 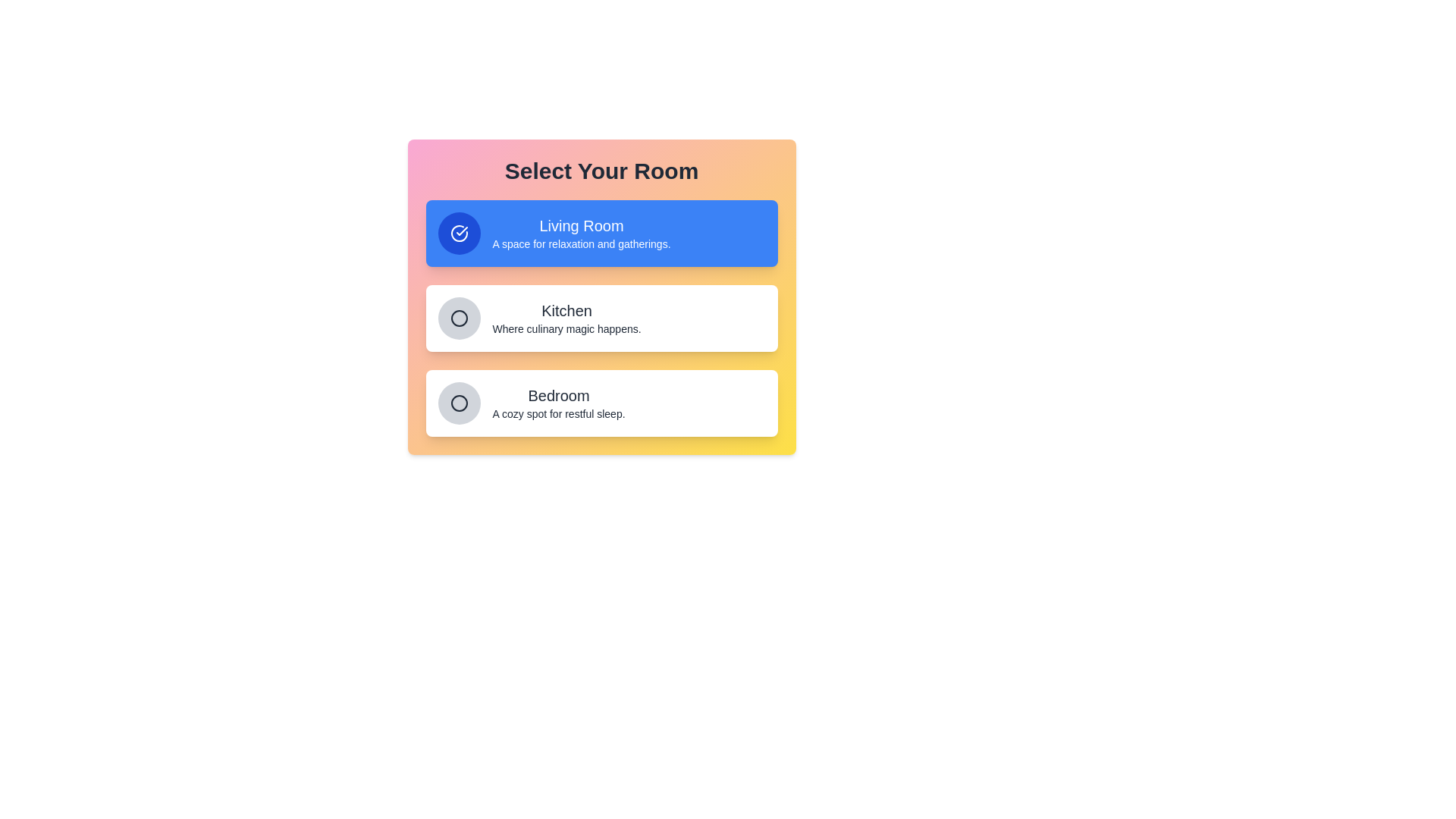 What do you see at coordinates (458, 318) in the screenshot?
I see `the decorative hollow circle icon next to the 'Kitchen' option in the menu to visually distinguish it from other items` at bounding box center [458, 318].